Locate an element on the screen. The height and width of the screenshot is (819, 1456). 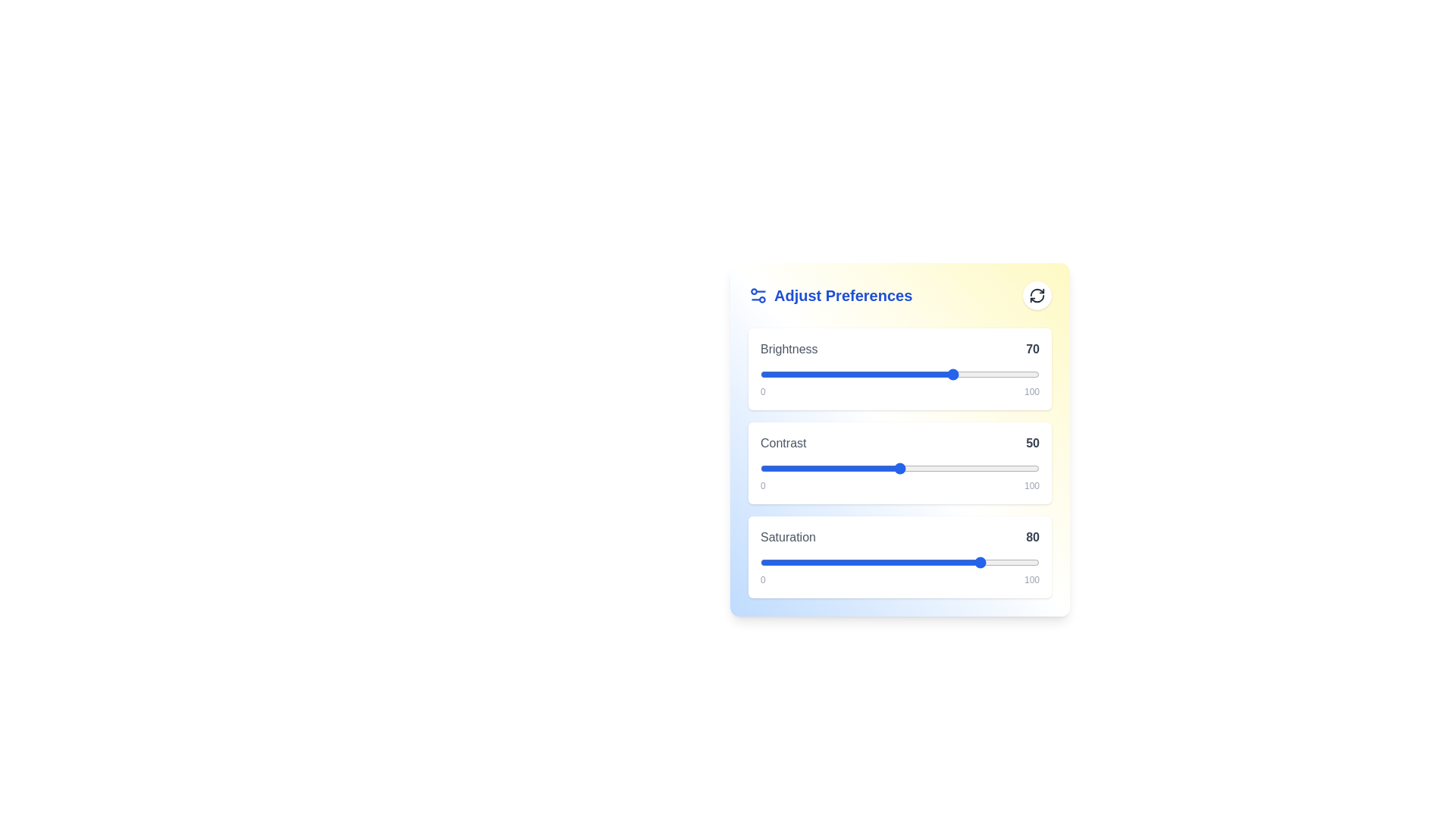
saturation level is located at coordinates (866, 562).